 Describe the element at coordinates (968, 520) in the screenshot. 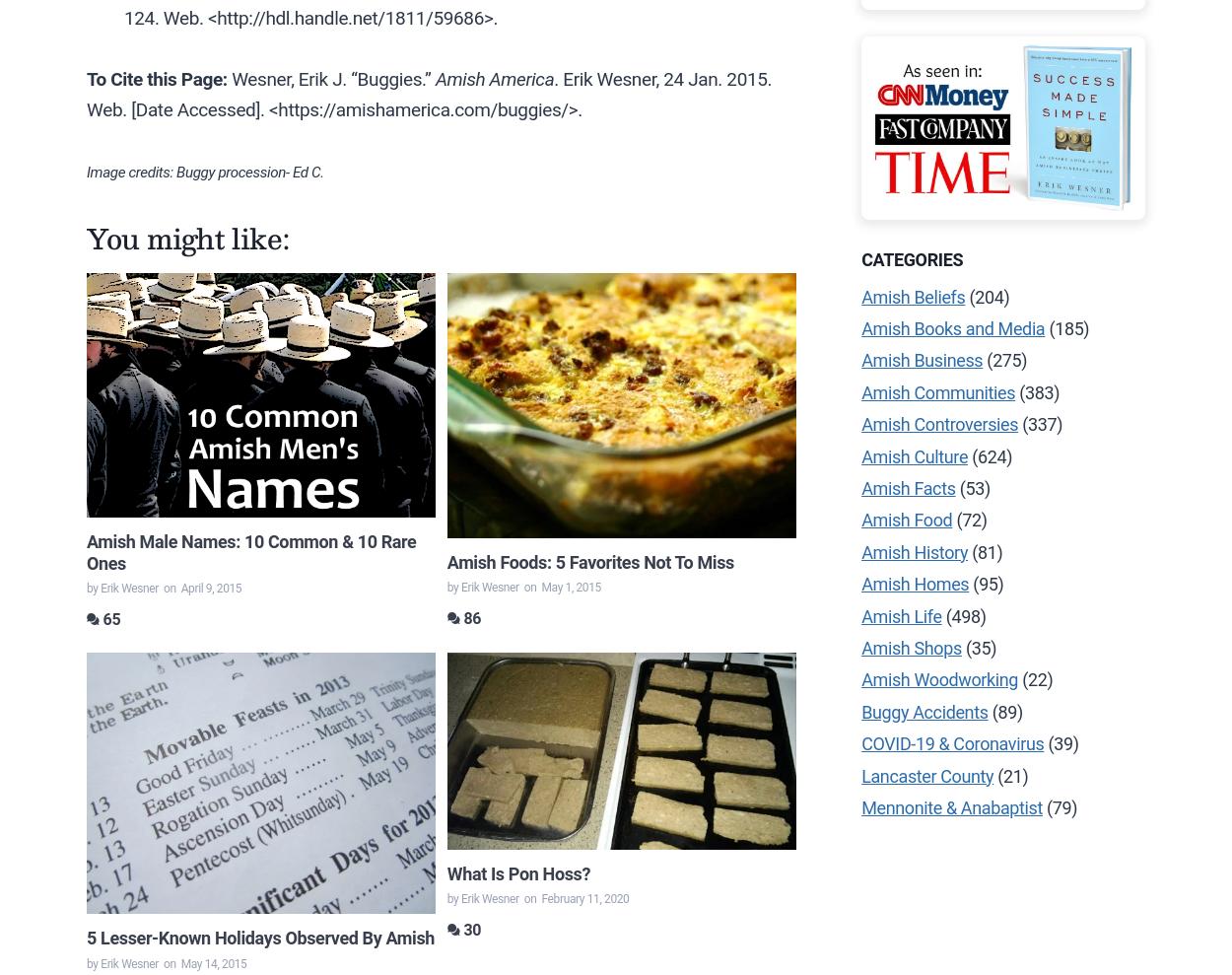

I see `'(72)'` at that location.